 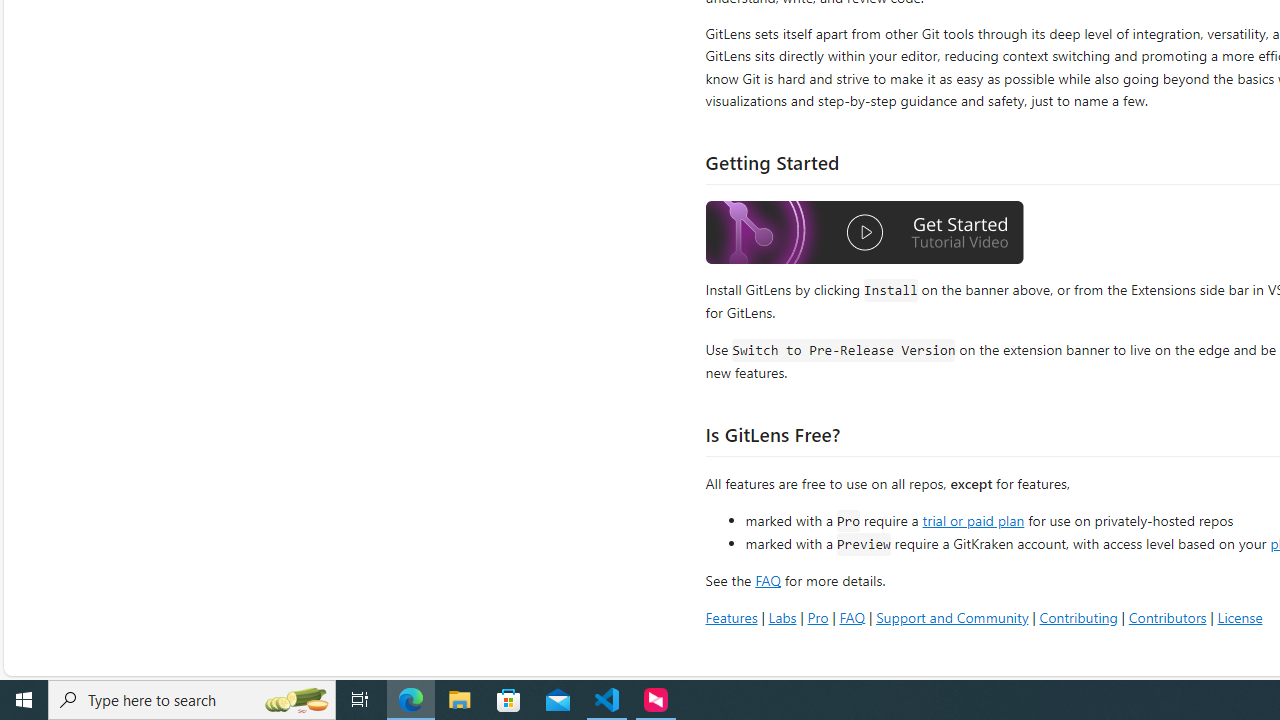 What do you see at coordinates (1077, 616) in the screenshot?
I see `'Contributing'` at bounding box center [1077, 616].